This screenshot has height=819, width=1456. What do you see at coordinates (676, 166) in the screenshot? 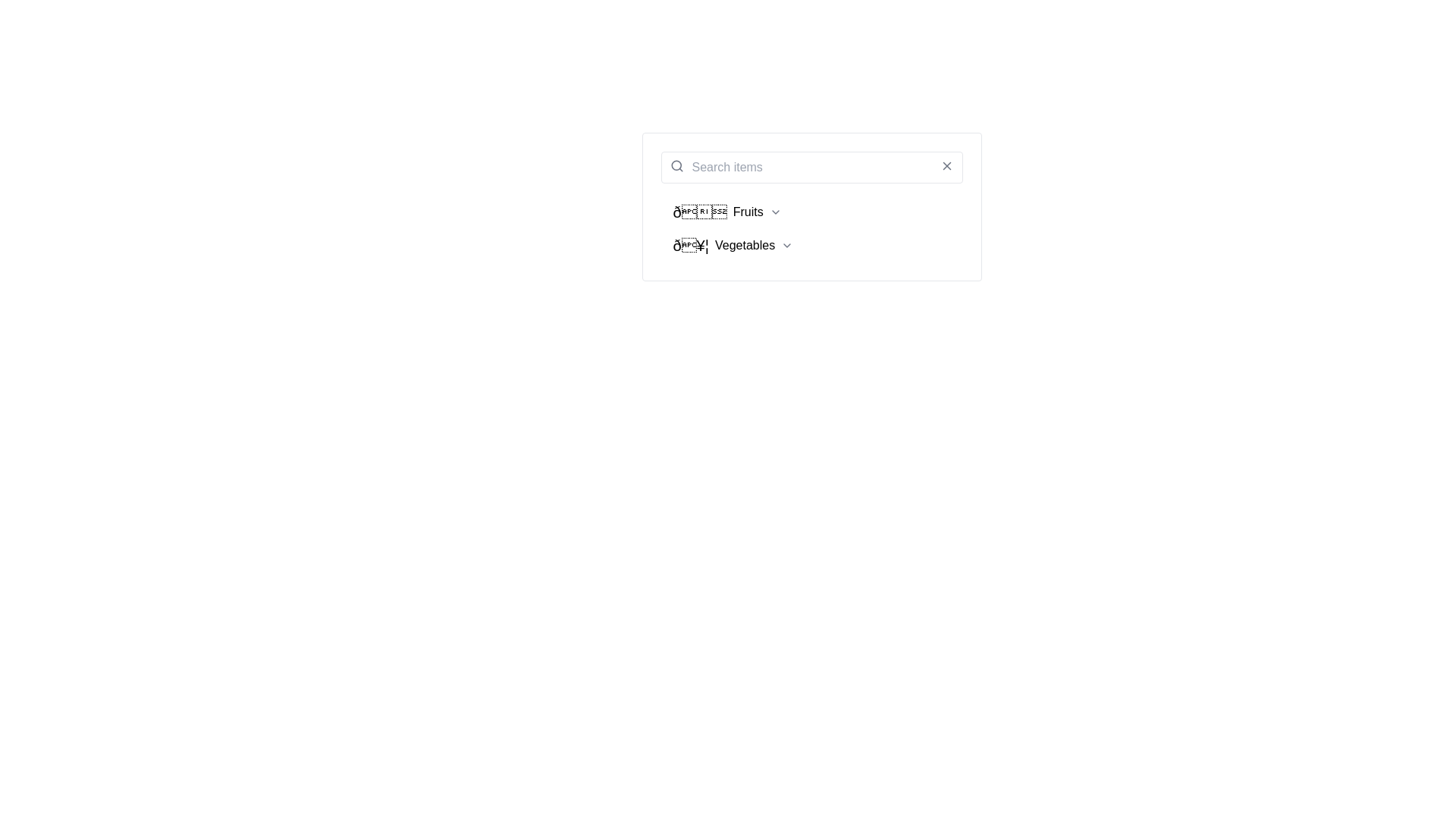
I see `the small, circular search icon styled as a magnifying glass with a gray outline located to the left of the text input box` at bounding box center [676, 166].